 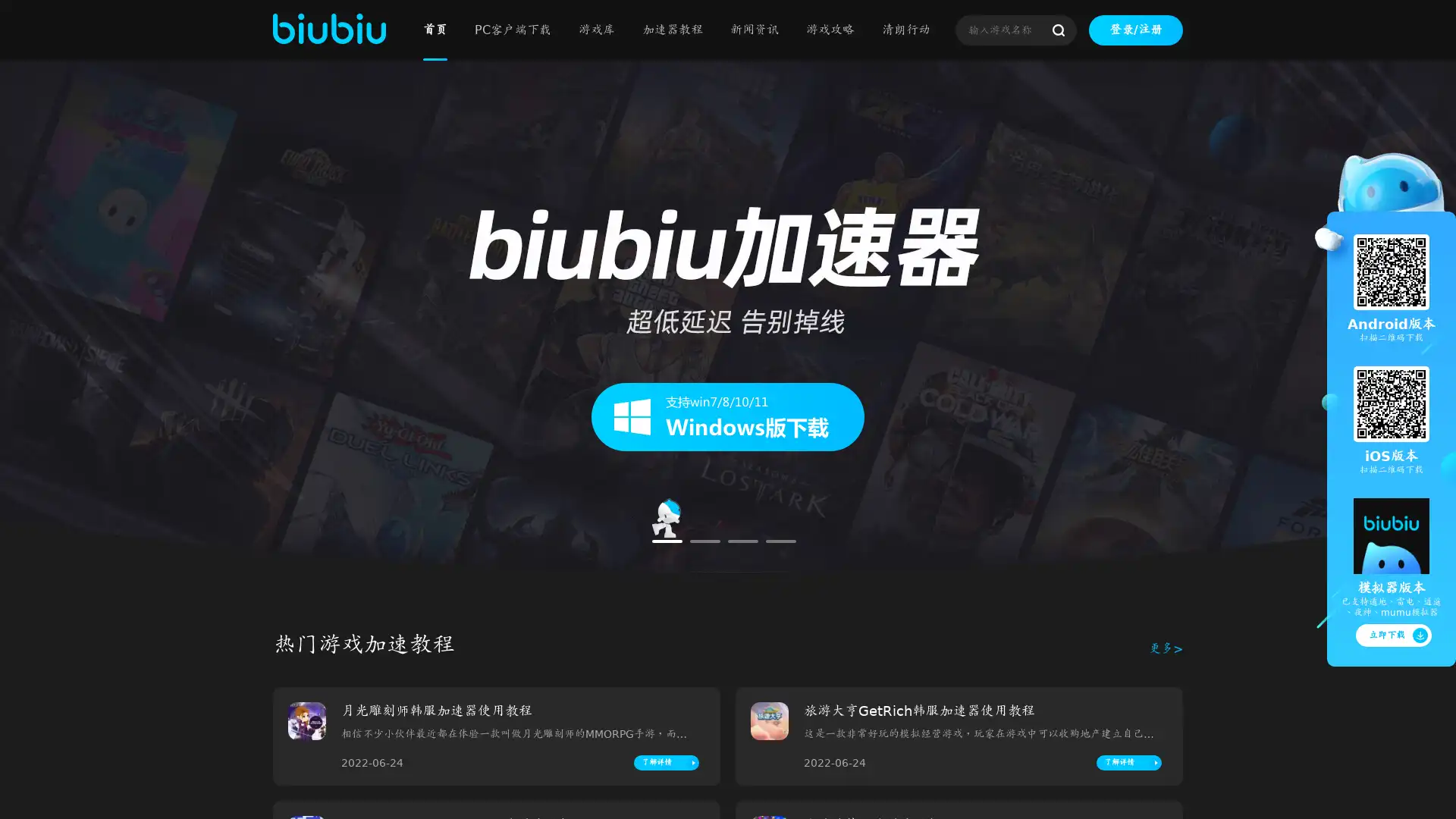 I want to click on Go to slide 3, so click(x=742, y=516).